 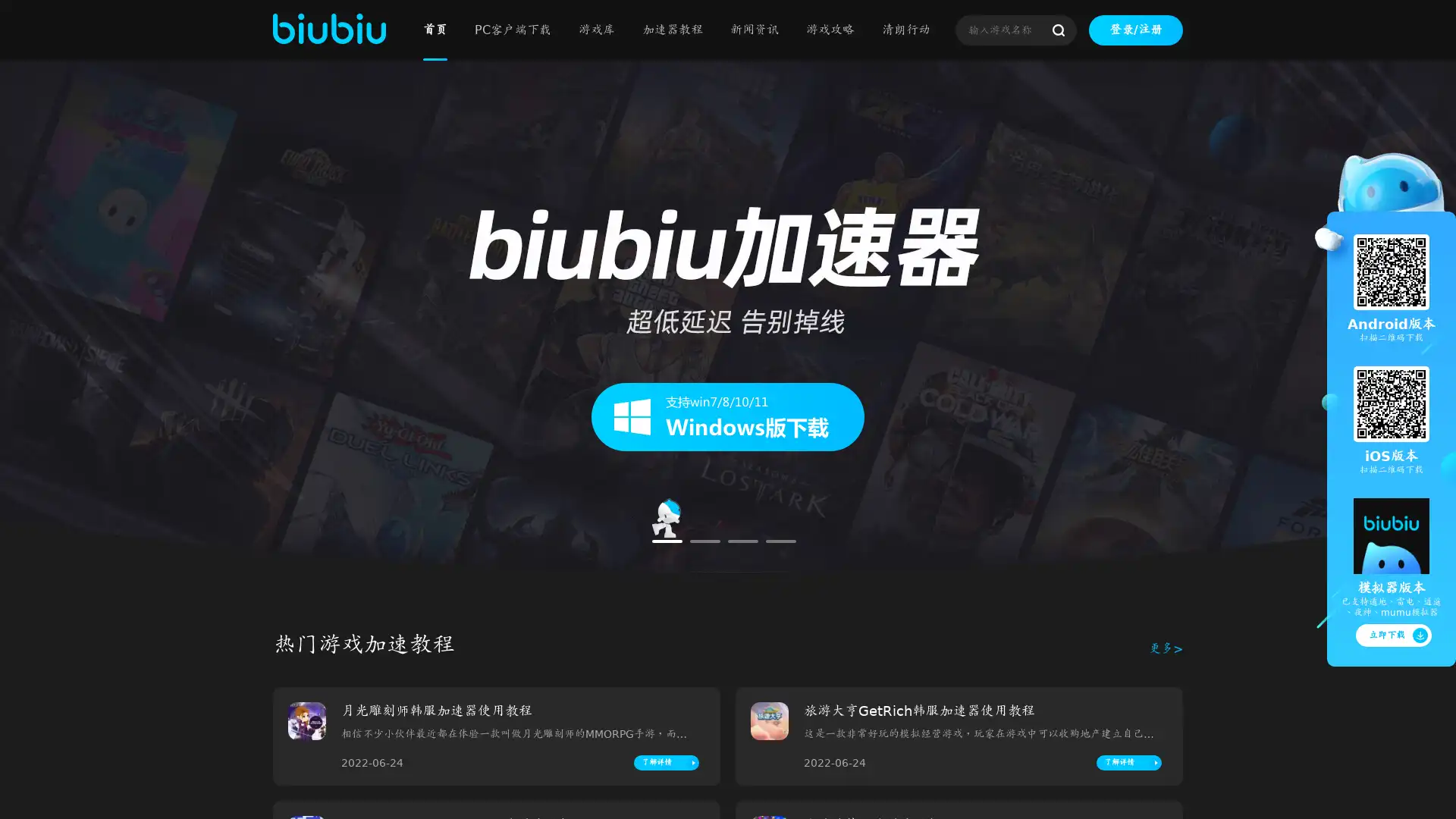 I want to click on Go to slide 3, so click(x=742, y=516).